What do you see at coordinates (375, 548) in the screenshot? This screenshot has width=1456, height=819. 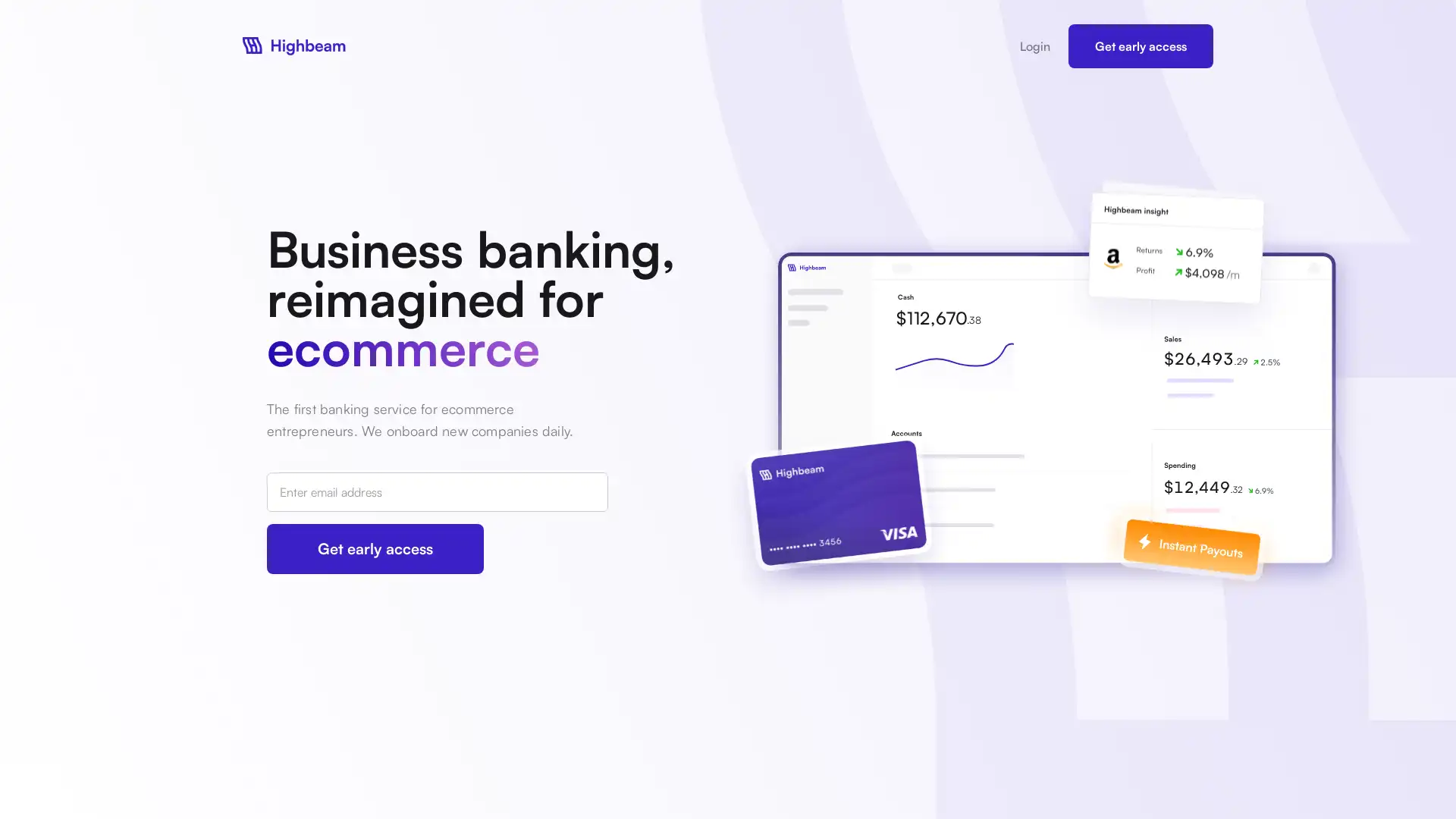 I see `Get early access` at bounding box center [375, 548].